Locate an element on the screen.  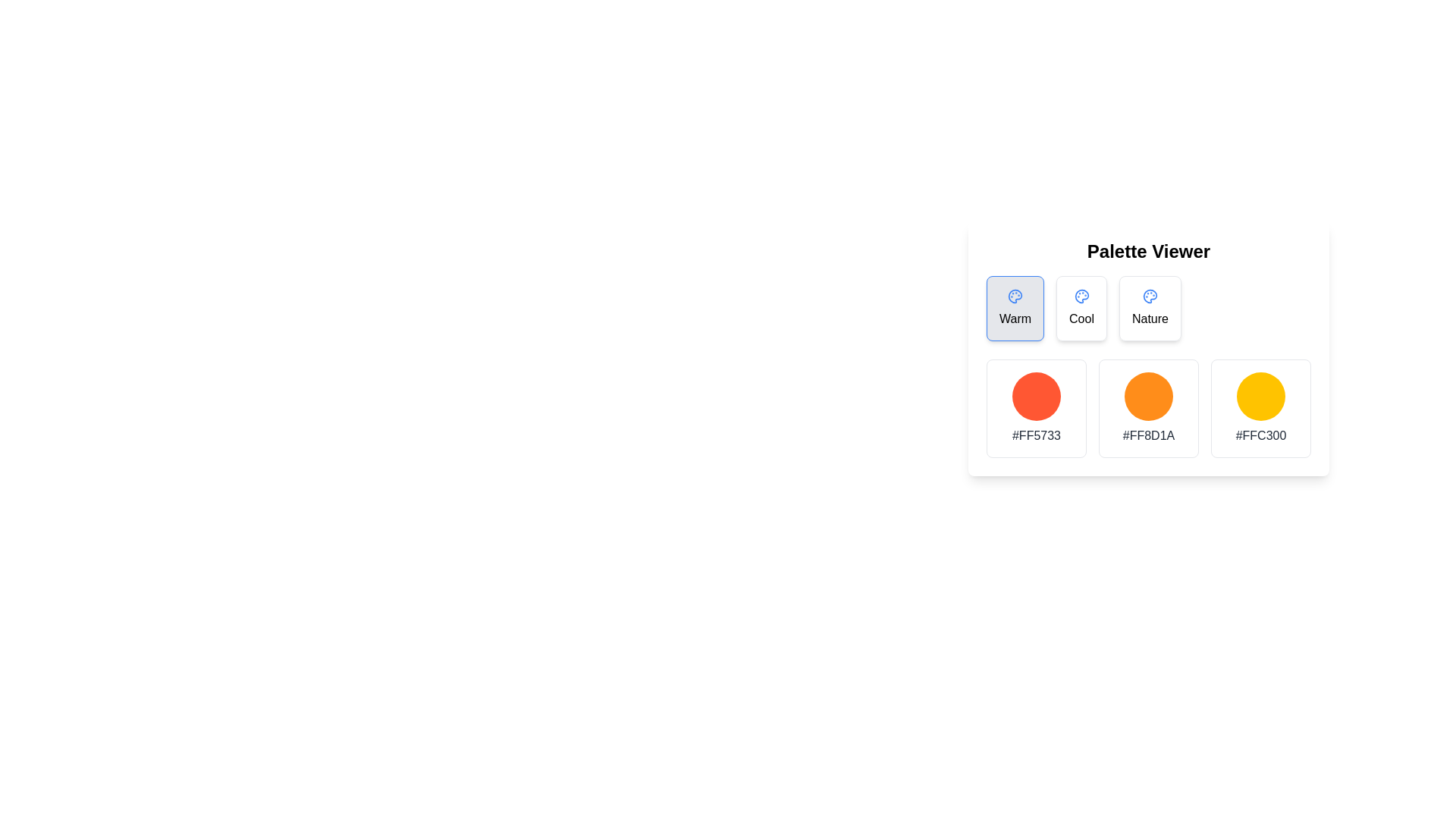
the 'Cool' theme icon, which is a rounded palette-shaped vector graphic in a neutral blue shade is located at coordinates (1080, 296).